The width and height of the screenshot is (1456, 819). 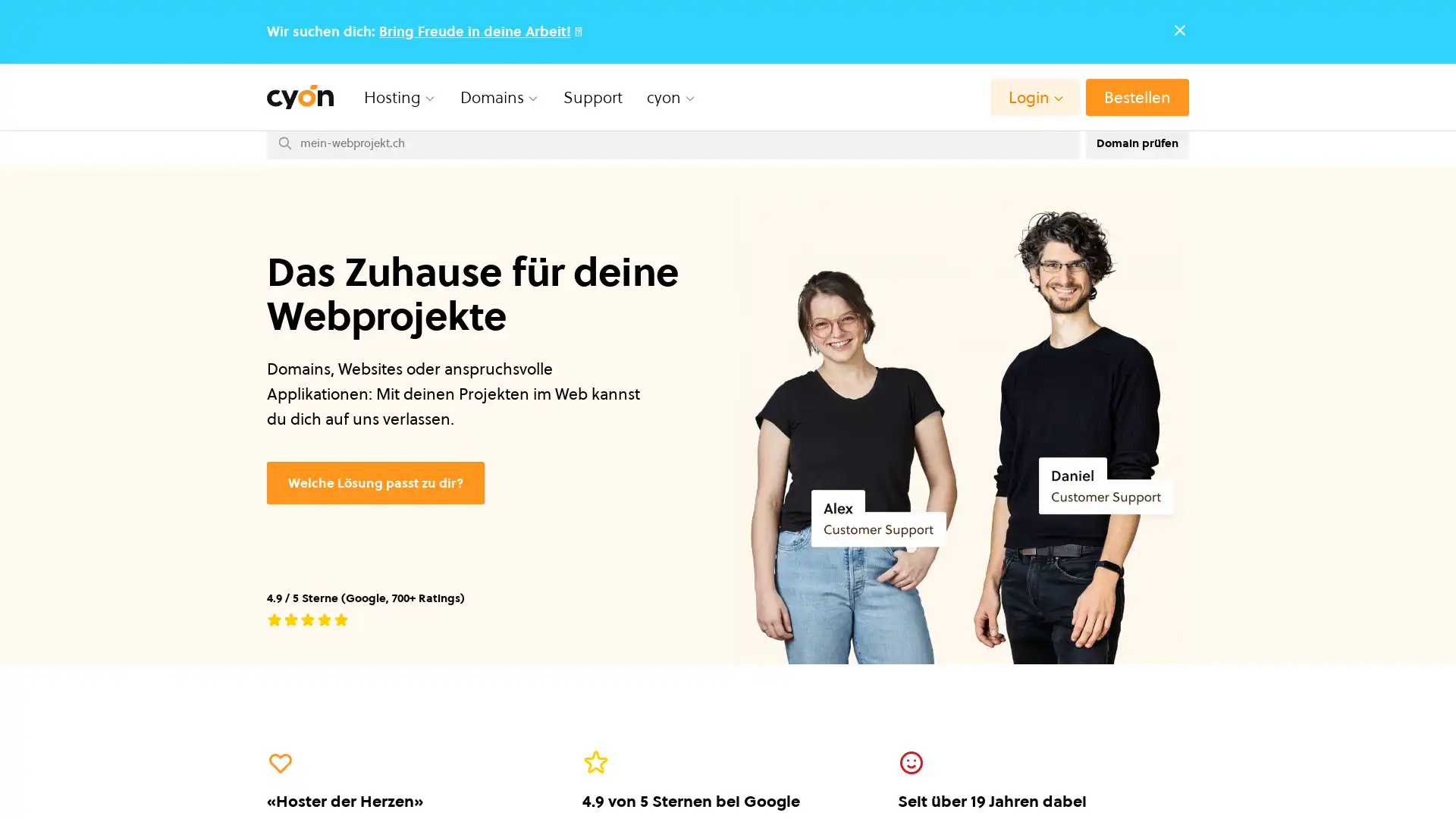 I want to click on cyon, so click(x=670, y=96).